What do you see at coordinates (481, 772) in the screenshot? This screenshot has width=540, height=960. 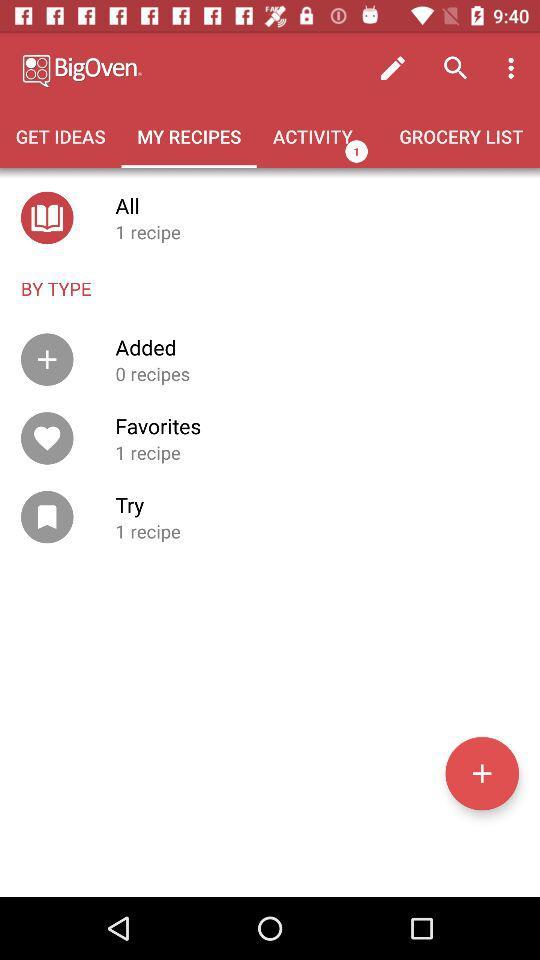 I see `item` at bounding box center [481, 772].